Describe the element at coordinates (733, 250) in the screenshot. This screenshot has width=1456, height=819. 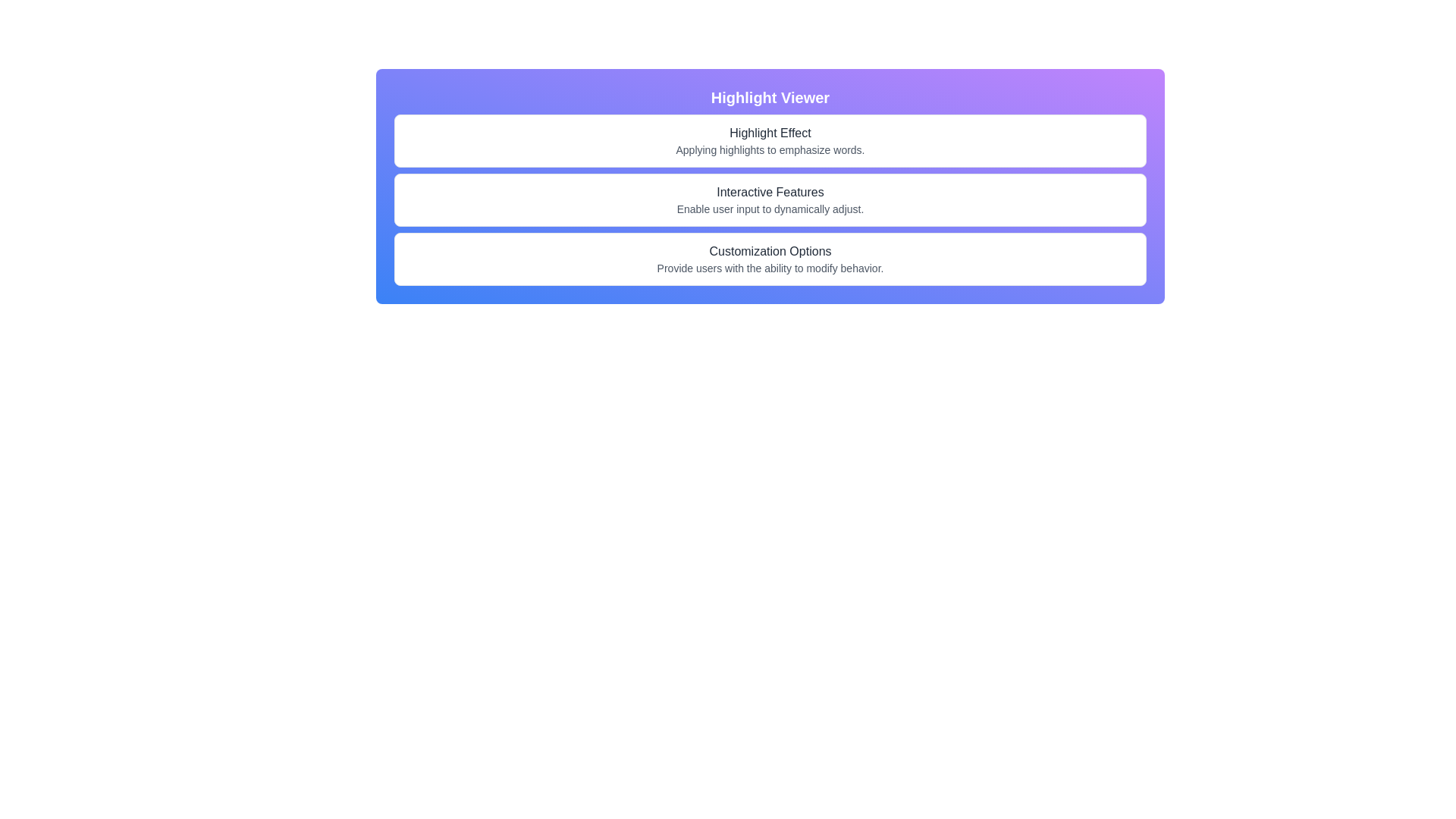
I see `the fourth letter 'm' in the word 'Customization' within the text 'Customization Options', which is the third option under the 'Highlight Viewer' header` at that location.